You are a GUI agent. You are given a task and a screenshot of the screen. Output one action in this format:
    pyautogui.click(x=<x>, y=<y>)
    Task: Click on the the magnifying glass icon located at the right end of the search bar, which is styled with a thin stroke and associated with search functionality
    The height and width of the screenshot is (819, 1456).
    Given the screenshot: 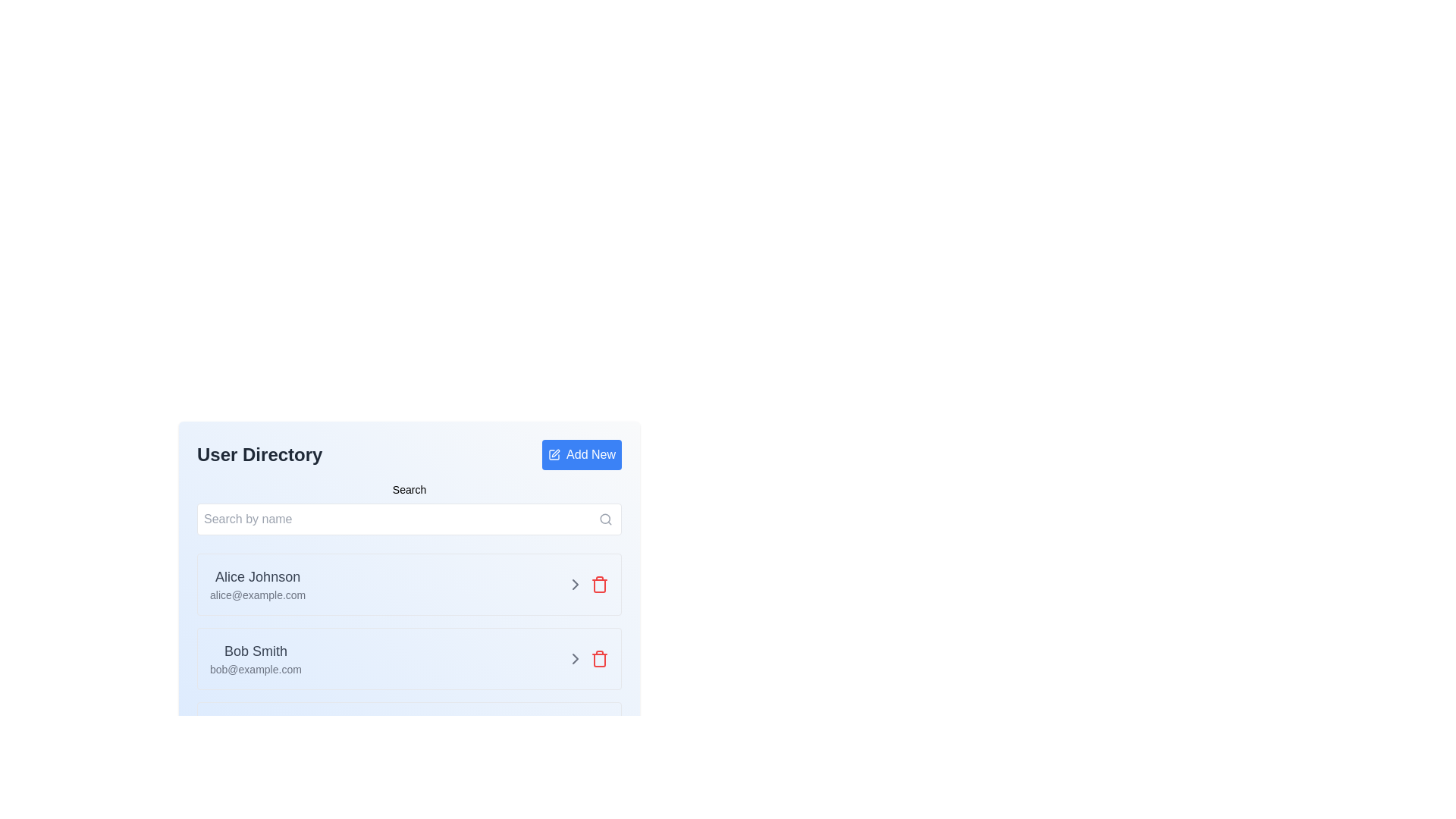 What is the action you would take?
    pyautogui.click(x=604, y=519)
    